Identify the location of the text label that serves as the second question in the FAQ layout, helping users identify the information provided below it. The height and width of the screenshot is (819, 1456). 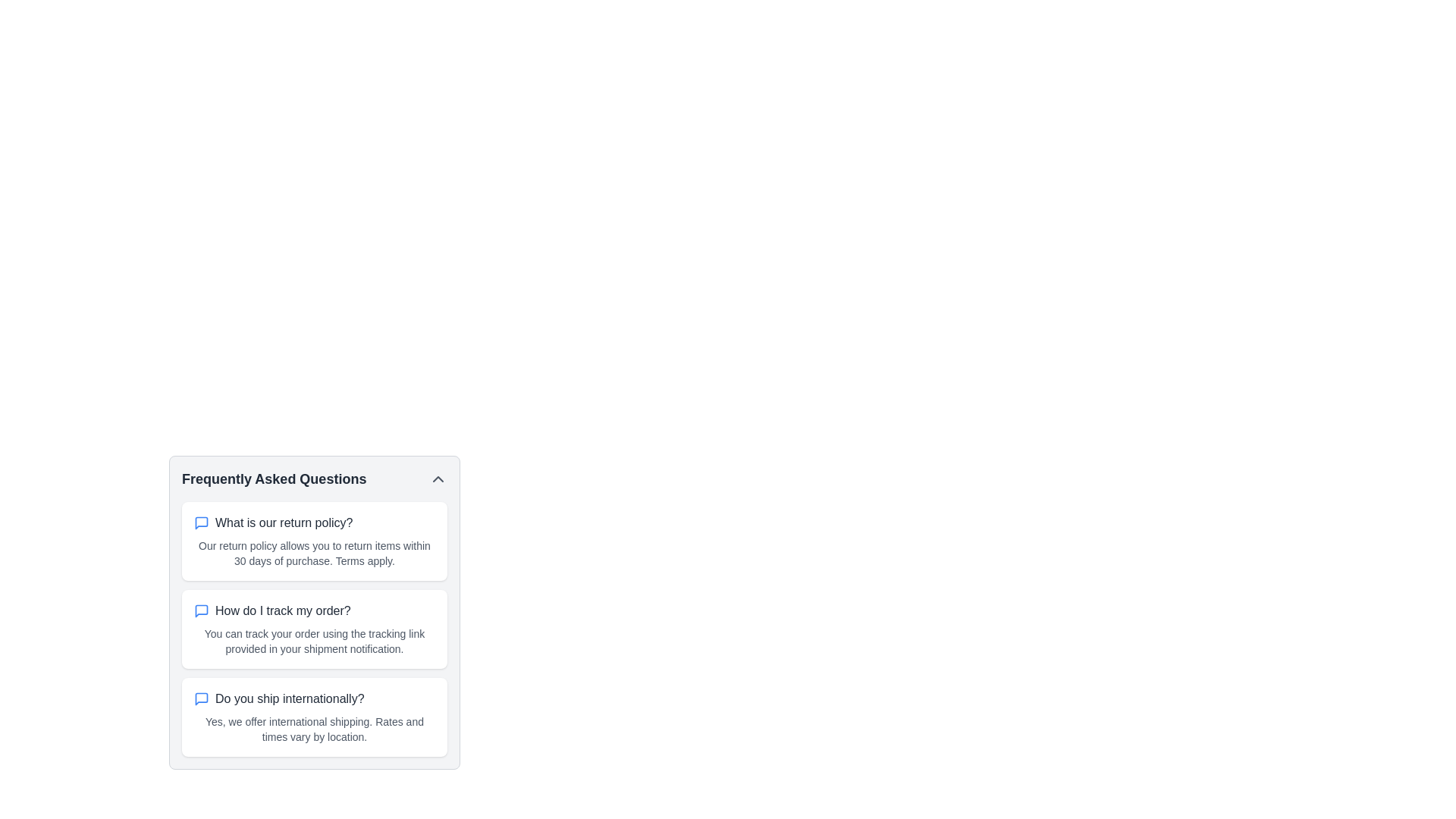
(283, 610).